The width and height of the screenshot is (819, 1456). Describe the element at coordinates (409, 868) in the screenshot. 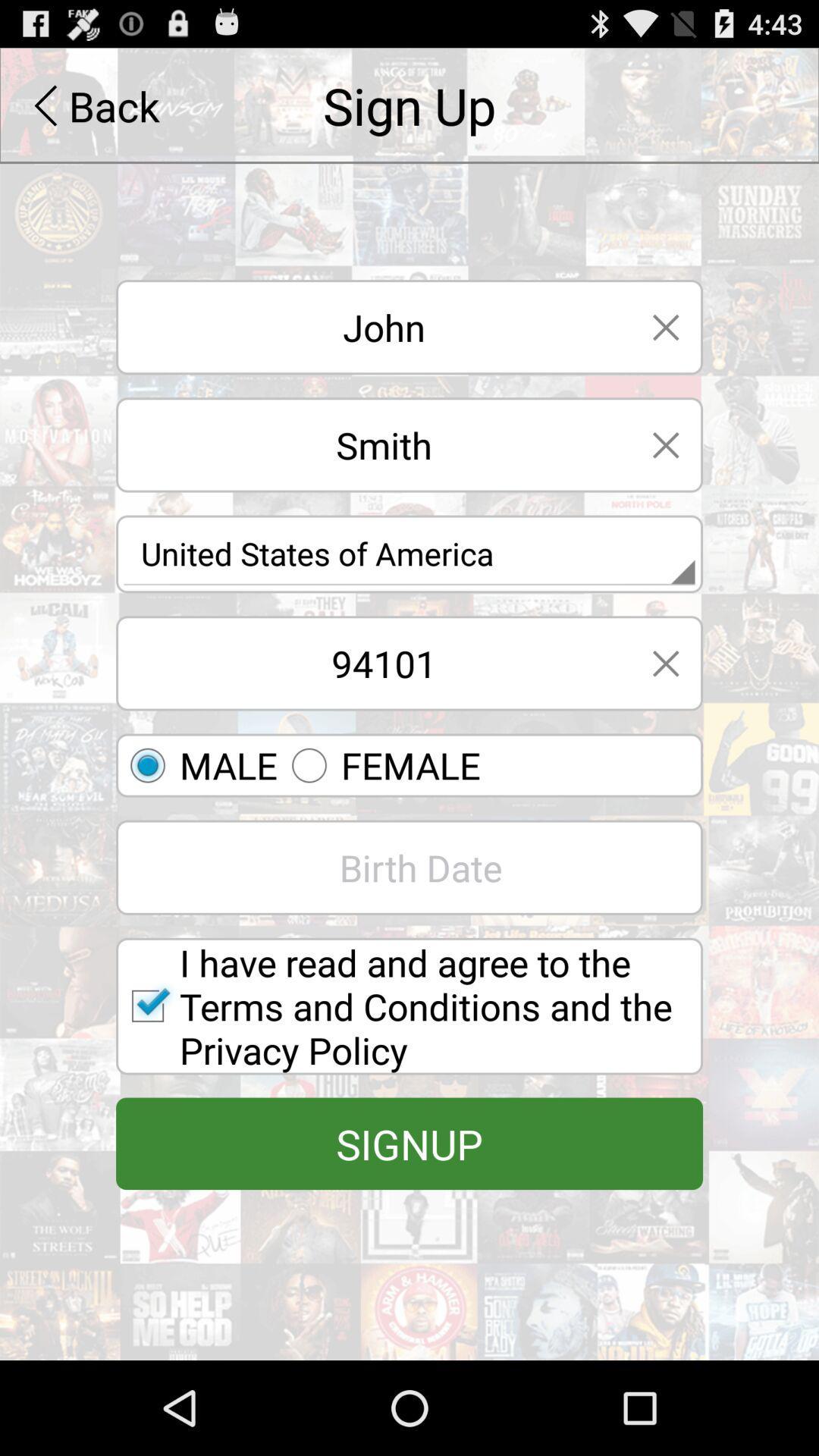

I see `the text box which says birth date` at that location.